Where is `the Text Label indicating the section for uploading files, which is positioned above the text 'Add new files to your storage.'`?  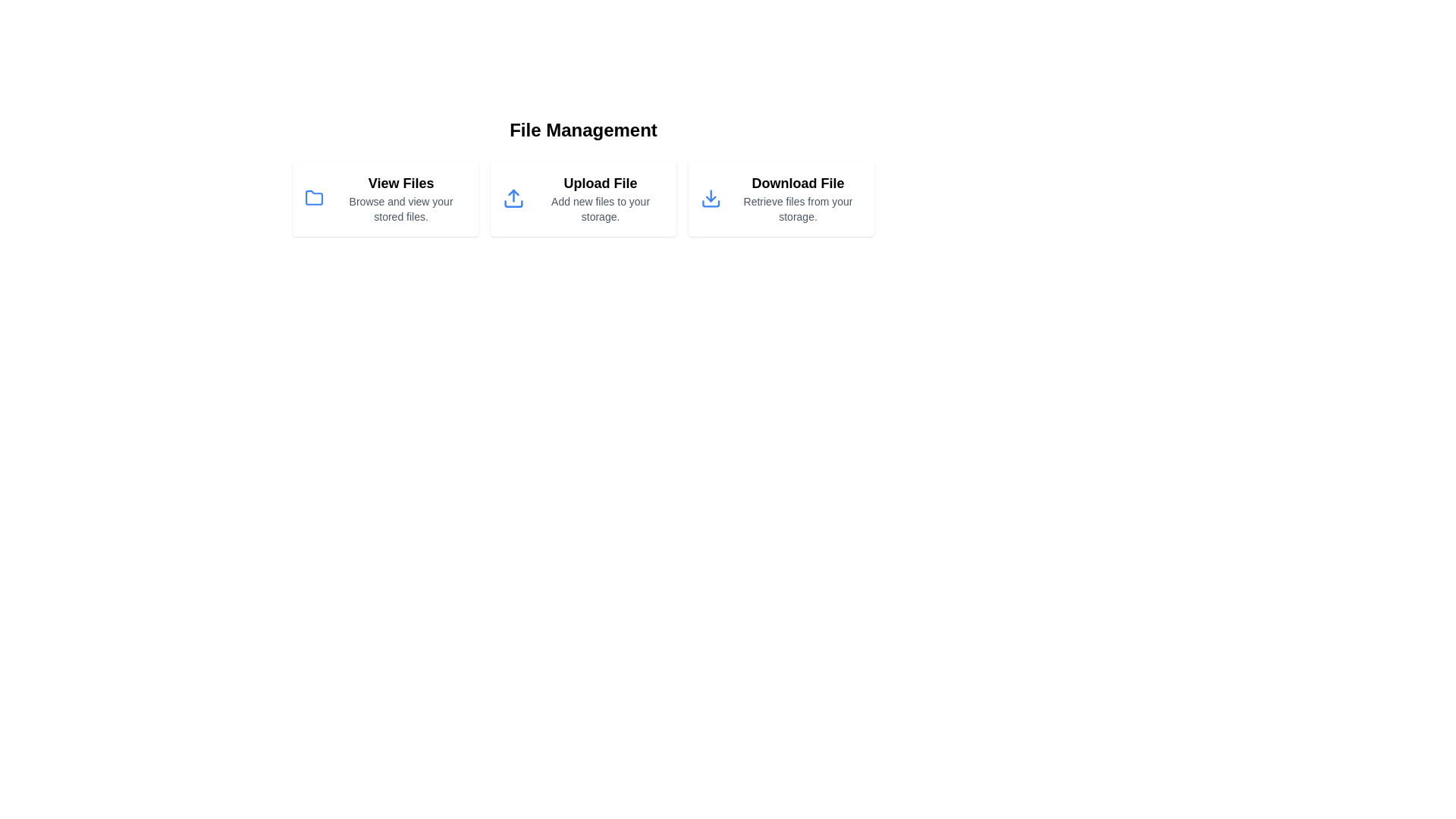
the Text Label indicating the section for uploading files, which is positioned above the text 'Add new files to your storage.' is located at coordinates (600, 183).